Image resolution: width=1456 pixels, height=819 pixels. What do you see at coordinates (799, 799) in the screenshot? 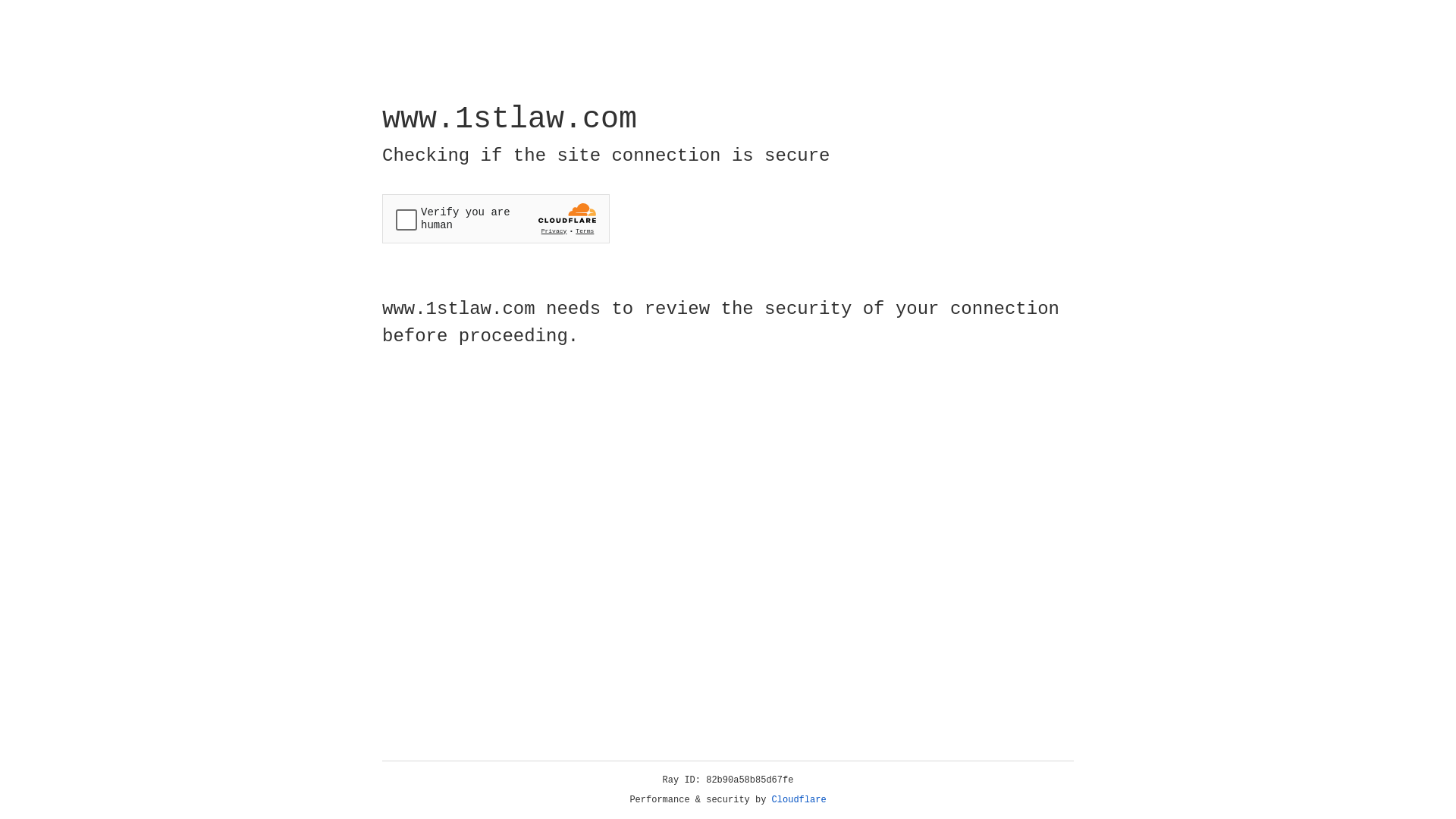
I see `'Cloudflare'` at bounding box center [799, 799].